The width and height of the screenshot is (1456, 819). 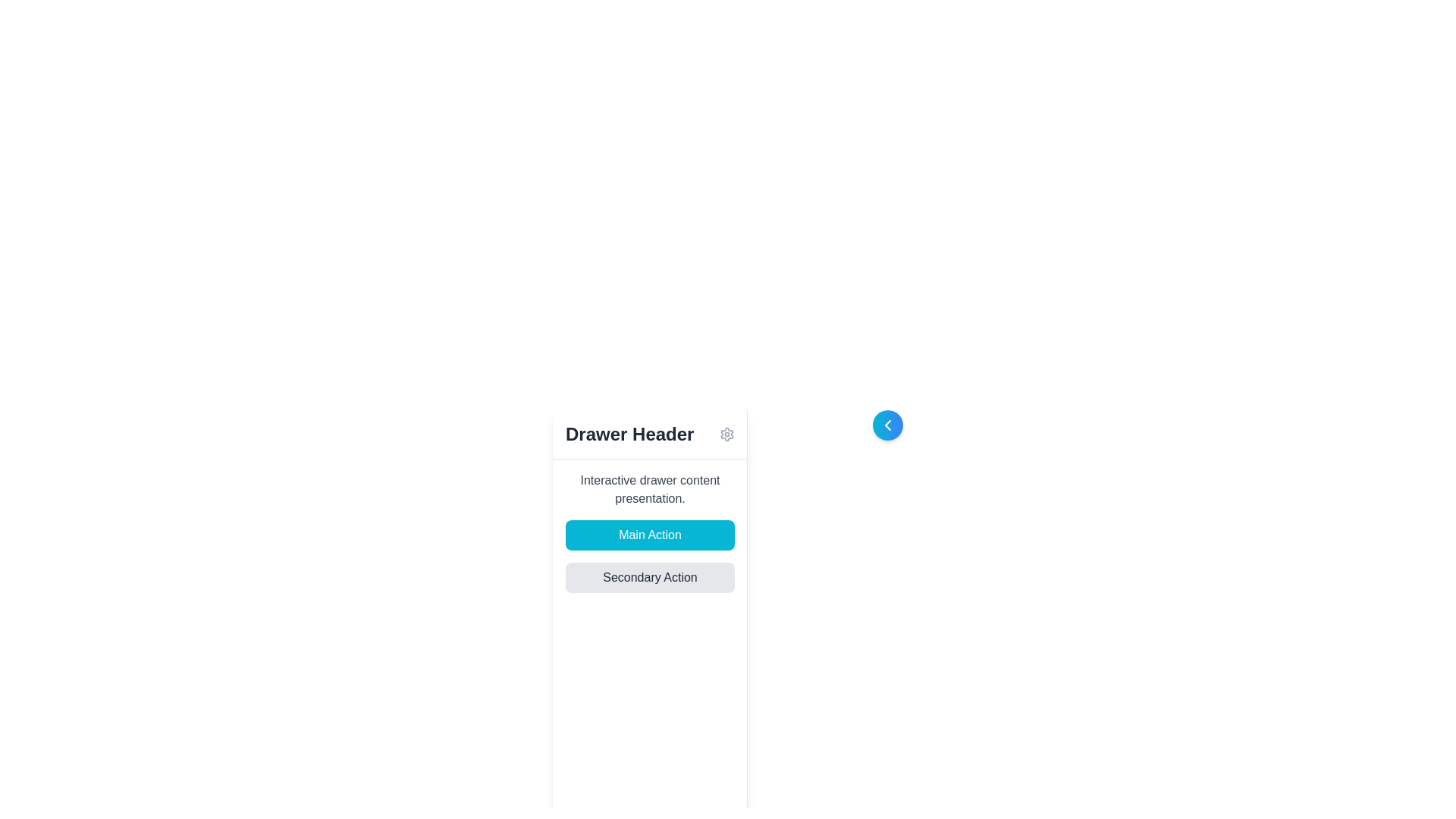 What do you see at coordinates (629, 435) in the screenshot?
I see `the static text label that serves as a title or header for the section below it, located near the top-center of the application's interface` at bounding box center [629, 435].